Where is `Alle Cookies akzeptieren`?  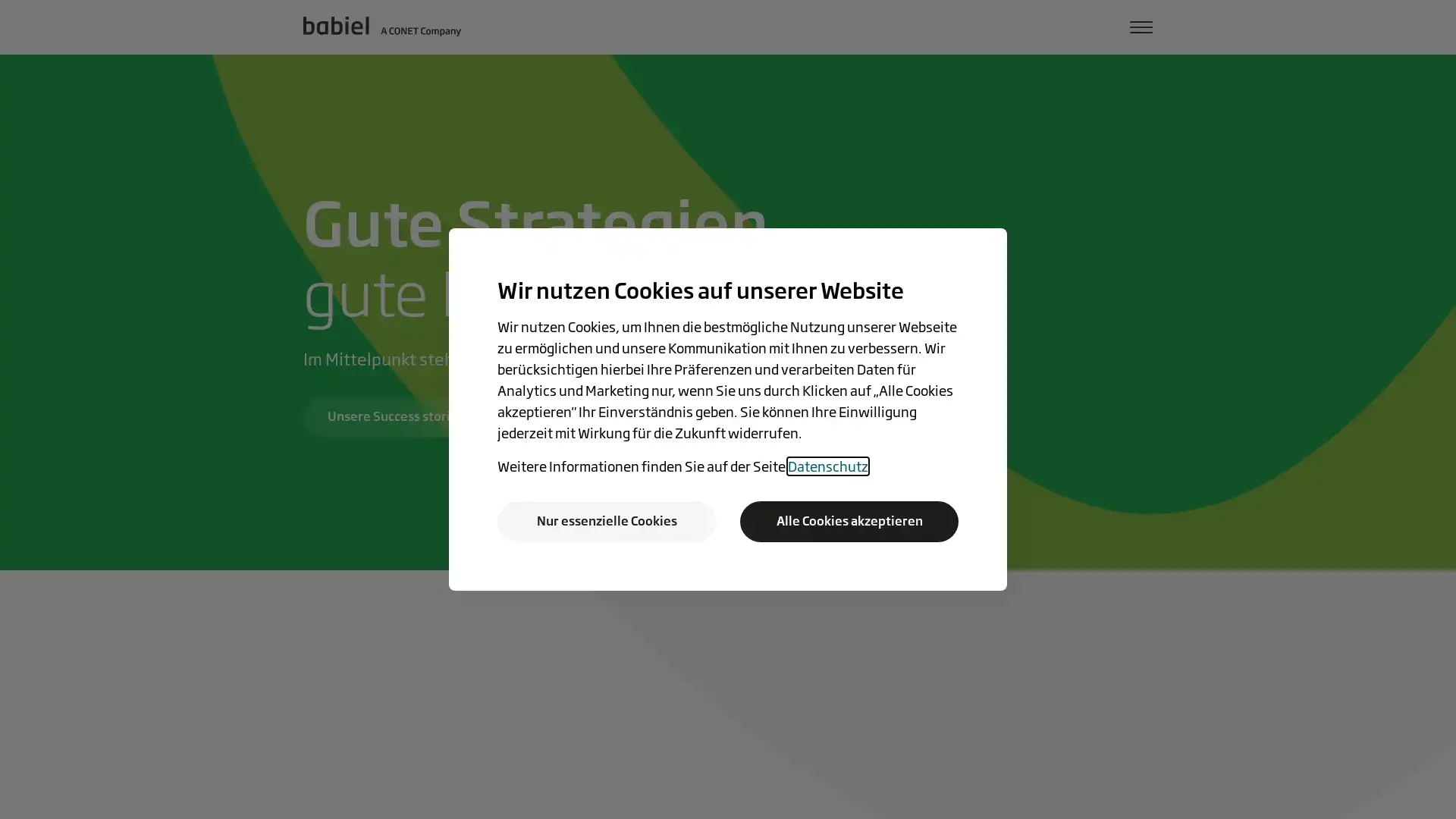 Alle Cookies akzeptieren is located at coordinates (848, 520).